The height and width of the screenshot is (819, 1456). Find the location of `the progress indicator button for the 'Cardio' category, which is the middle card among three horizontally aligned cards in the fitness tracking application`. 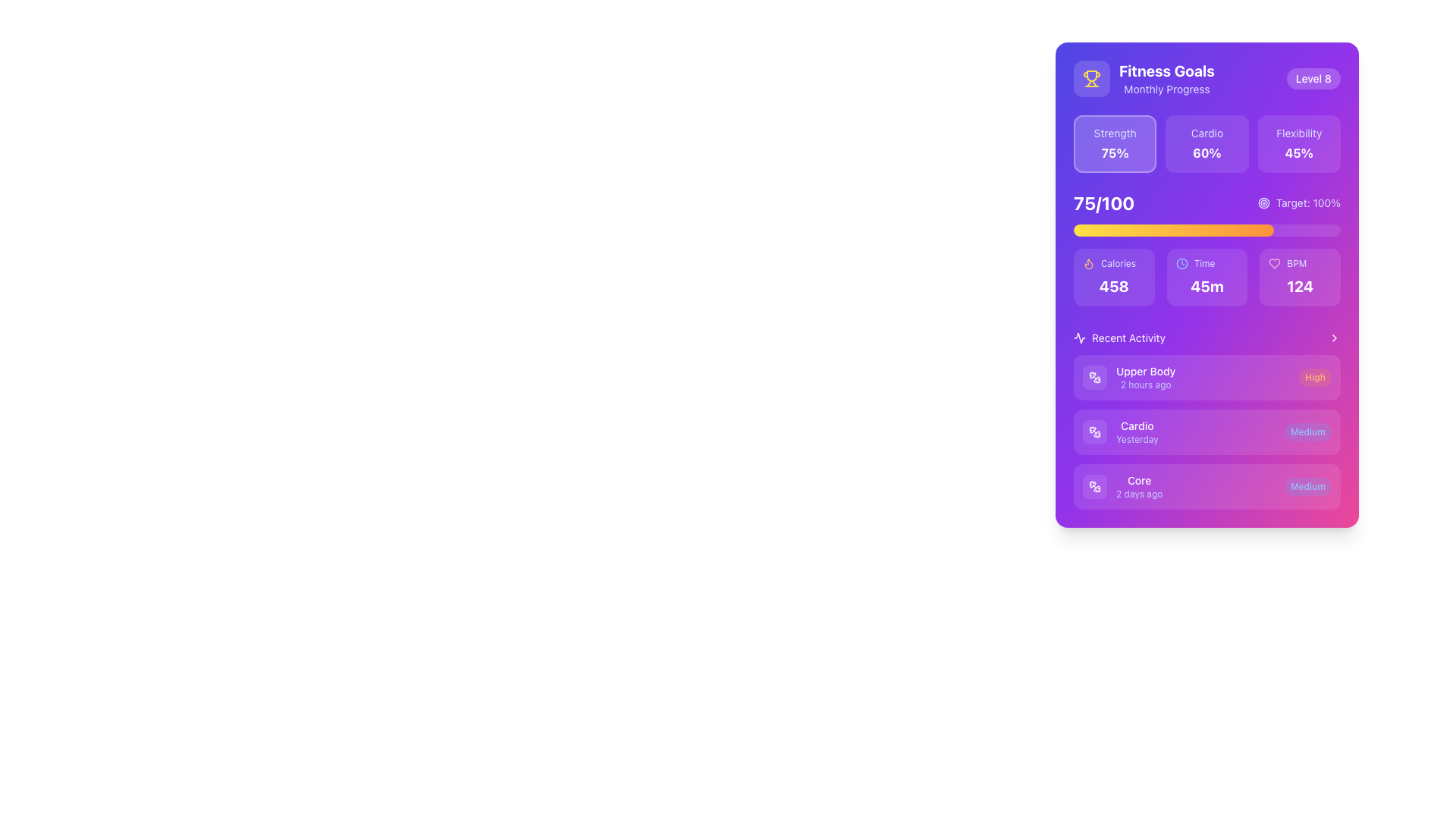

the progress indicator button for the 'Cardio' category, which is the middle card among three horizontally aligned cards in the fitness tracking application is located at coordinates (1205, 143).